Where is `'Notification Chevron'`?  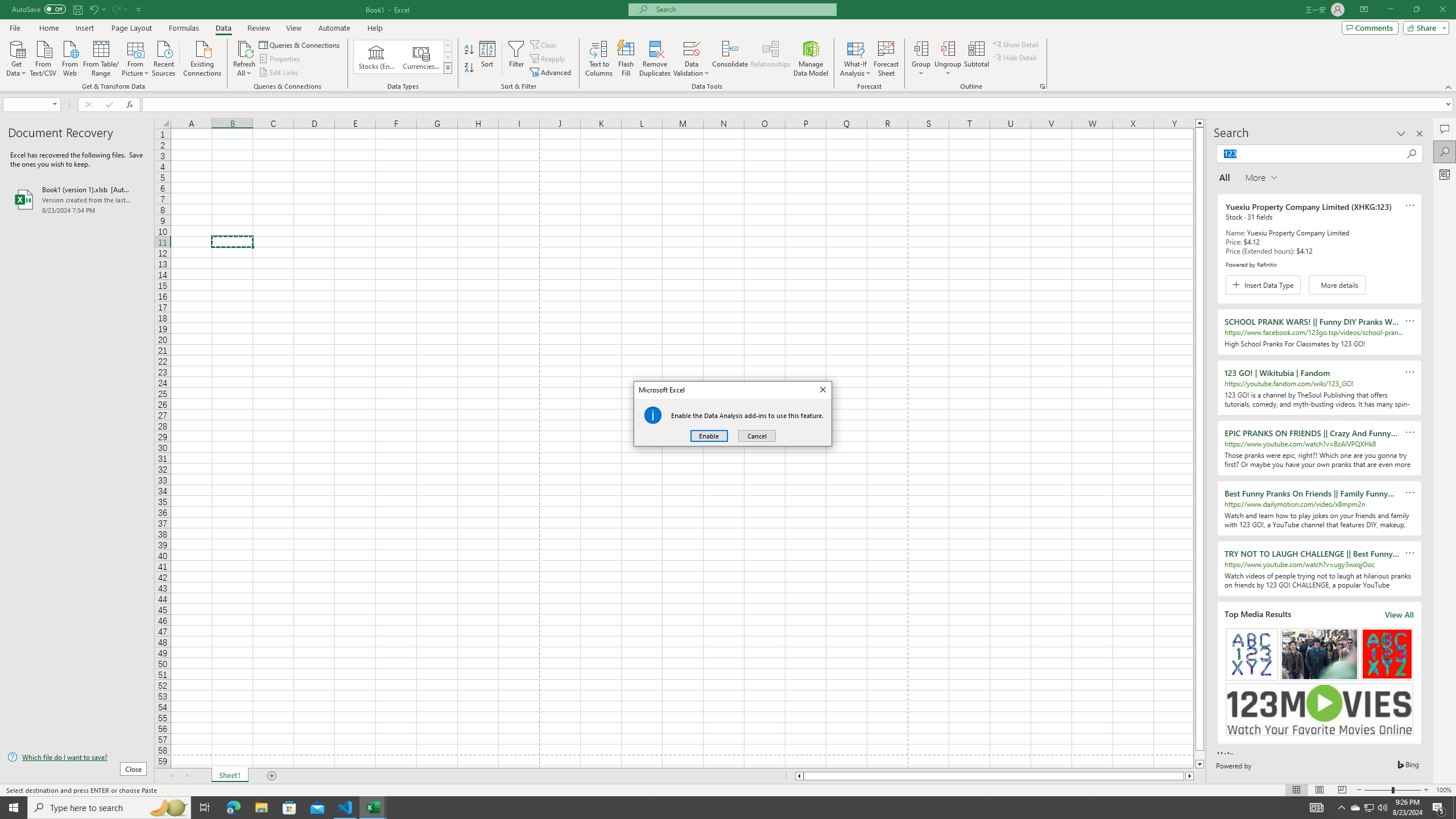 'Notification Chevron' is located at coordinates (1342, 806).